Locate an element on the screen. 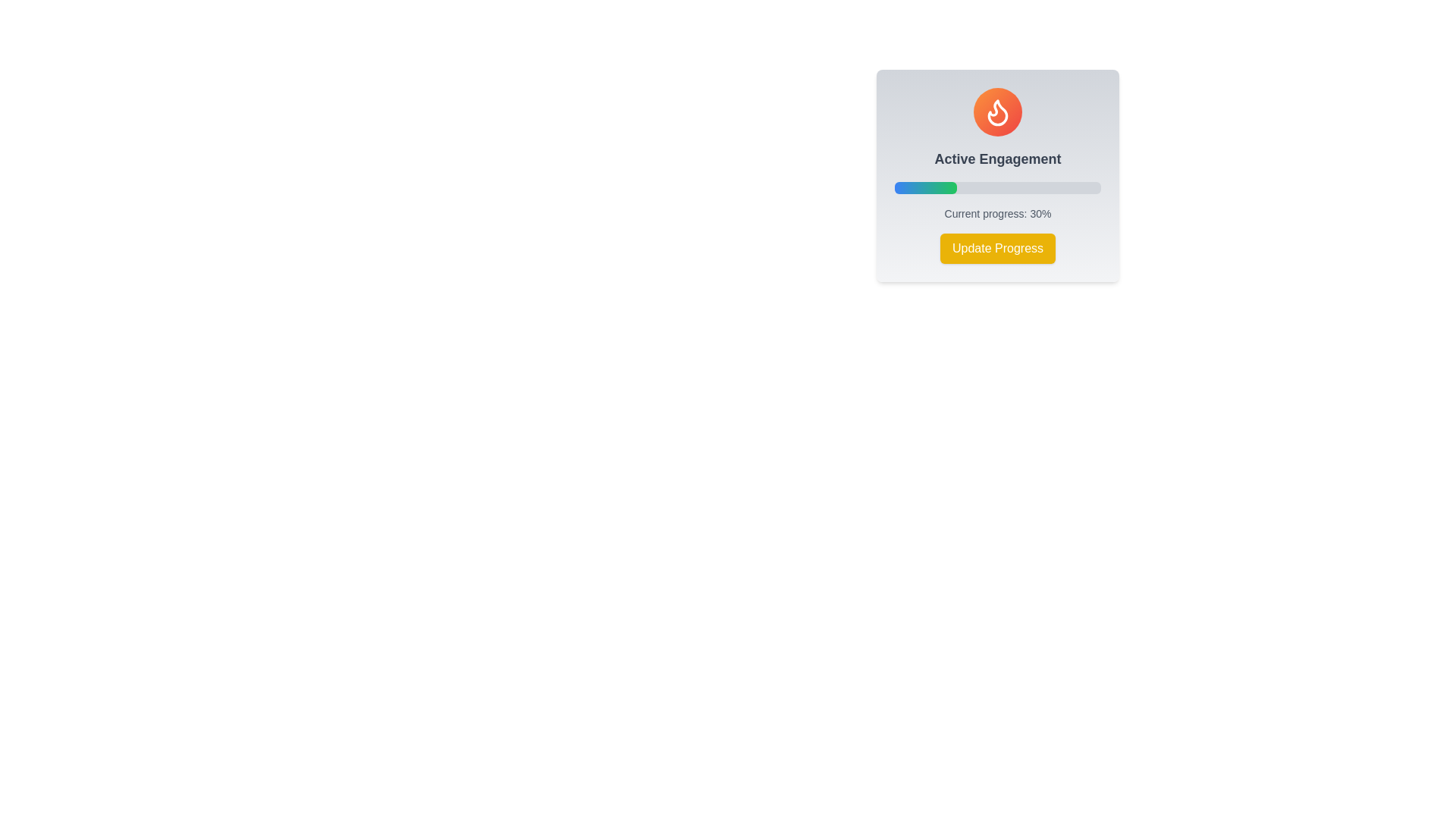 This screenshot has width=1456, height=819. the flame icon in orange color located at the center top of the informational card titled 'Active Engagement' is located at coordinates (997, 111).